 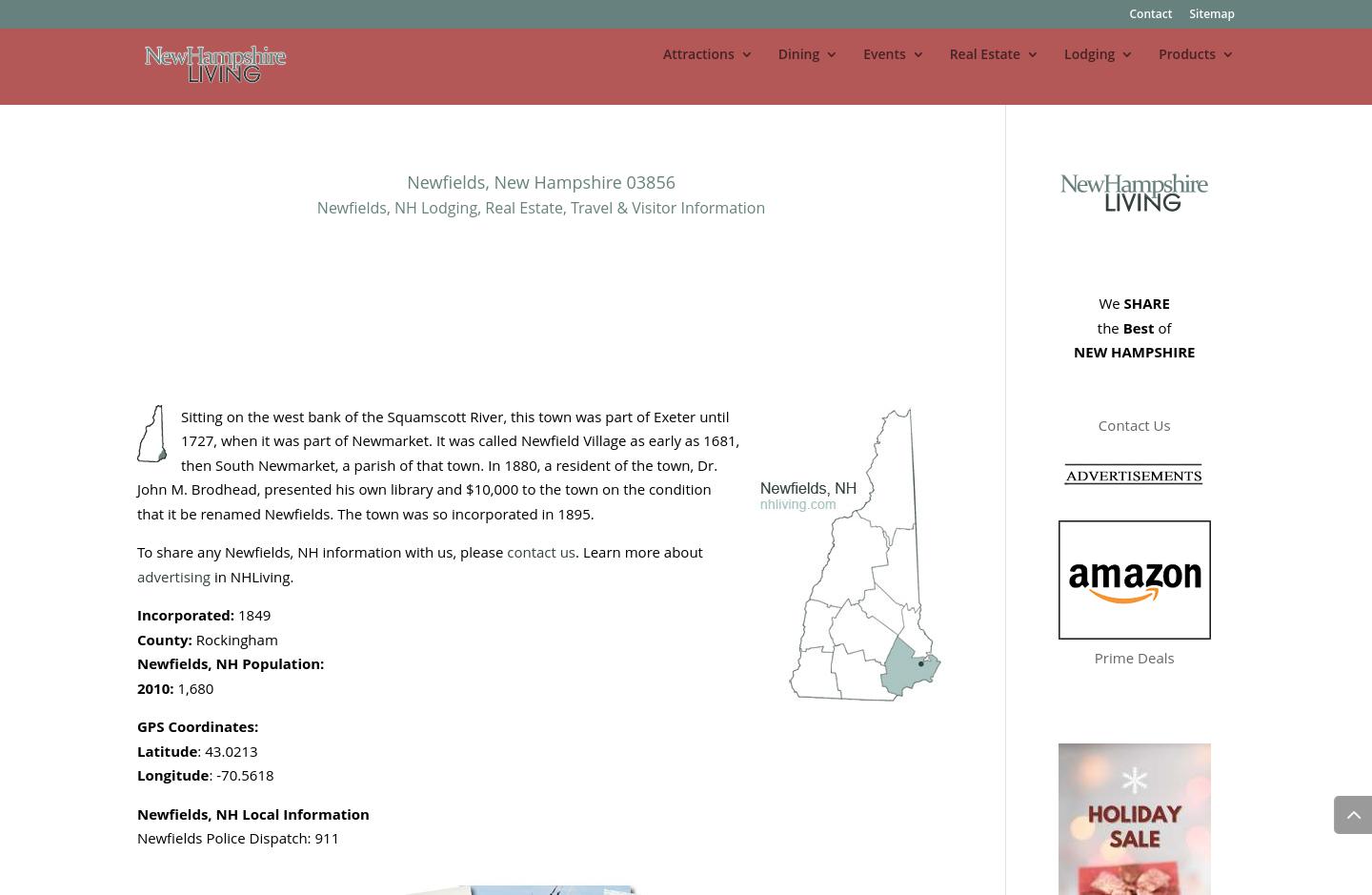 What do you see at coordinates (187, 613) in the screenshot?
I see `'Incorporated:'` at bounding box center [187, 613].